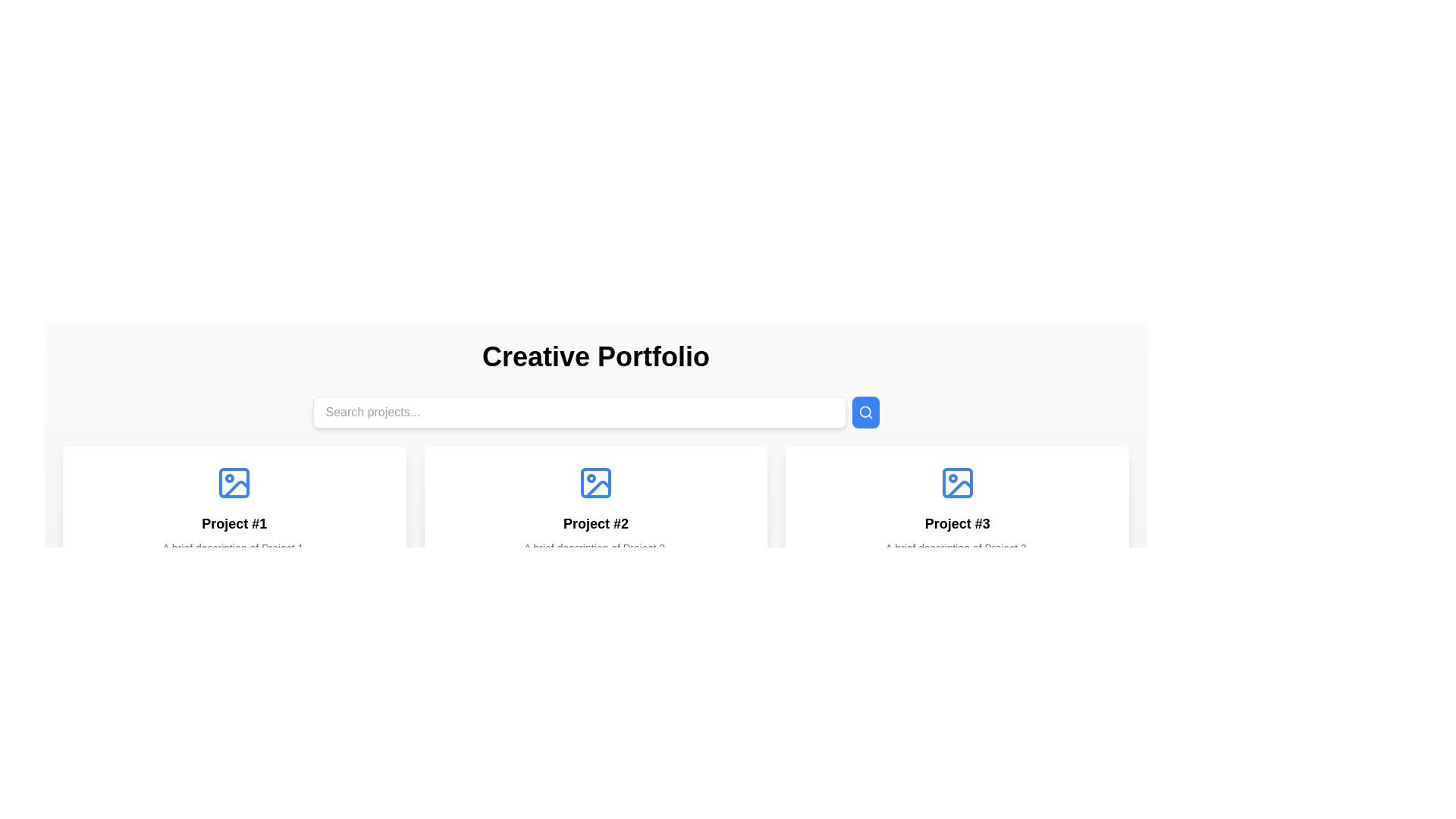 The height and width of the screenshot is (819, 1456). Describe the element at coordinates (234, 529) in the screenshot. I see `keyboard navigation` at that location.